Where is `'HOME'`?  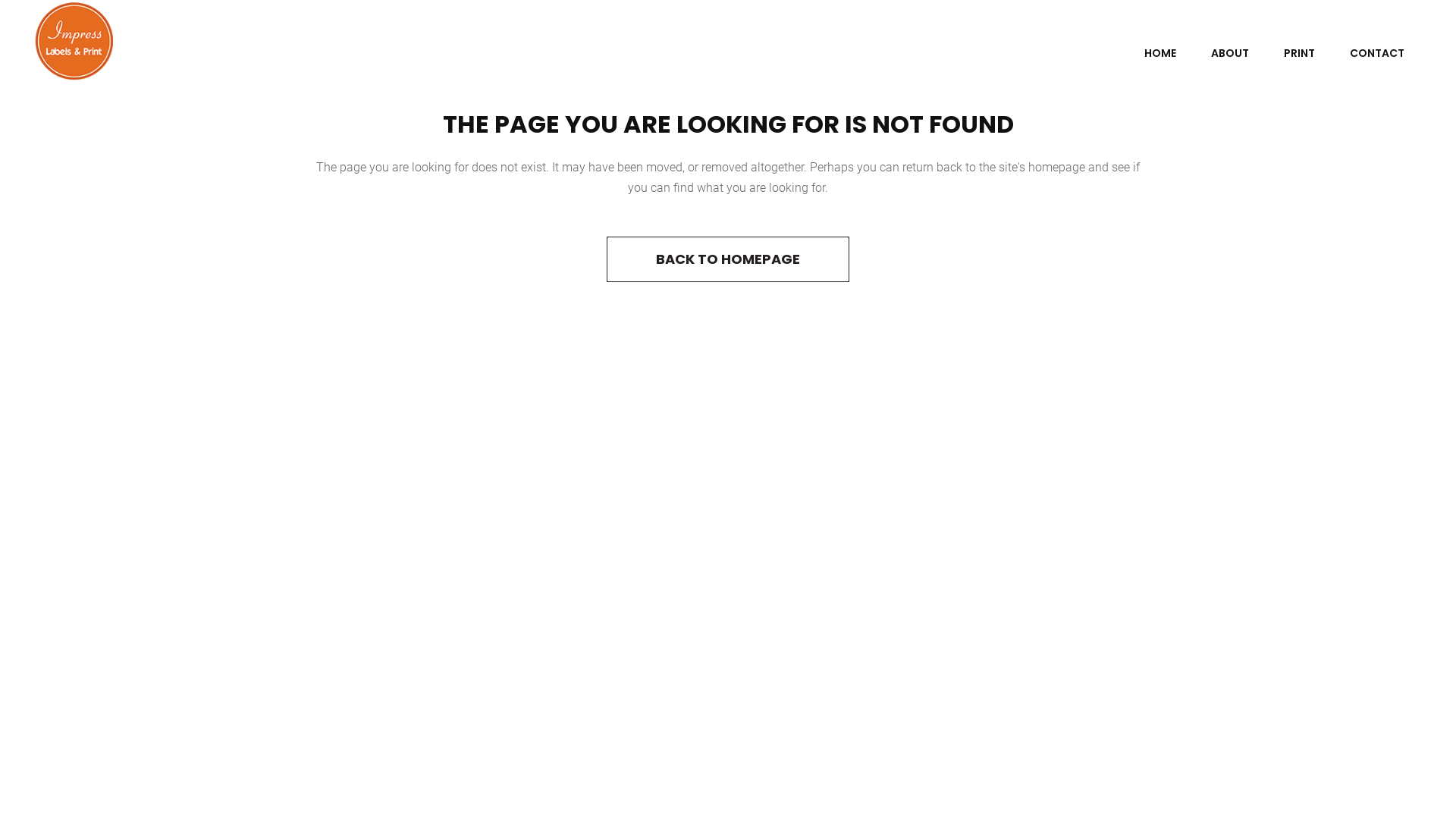
'HOME' is located at coordinates (1159, 52).